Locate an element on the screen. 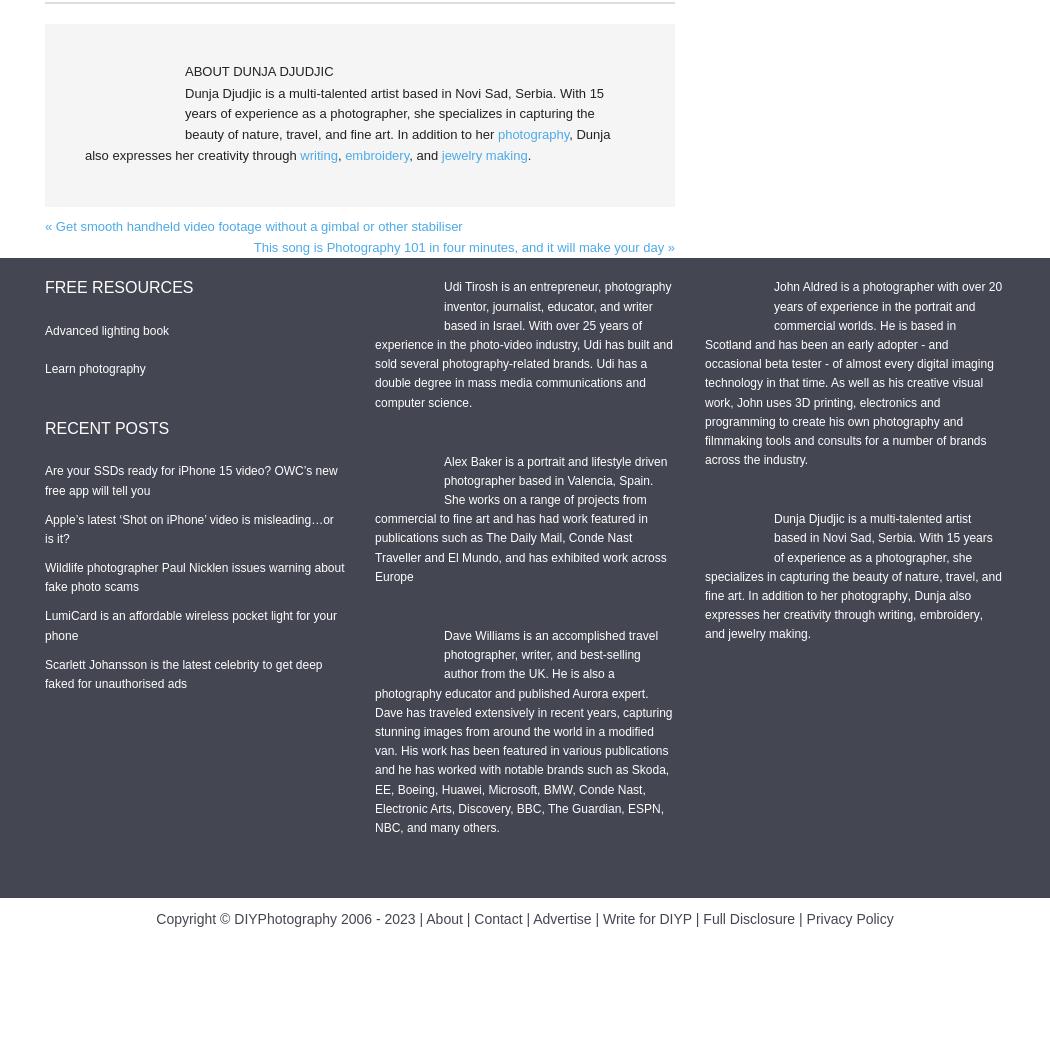 This screenshot has width=1050, height=1040. 'Learn photography' is located at coordinates (95, 366).